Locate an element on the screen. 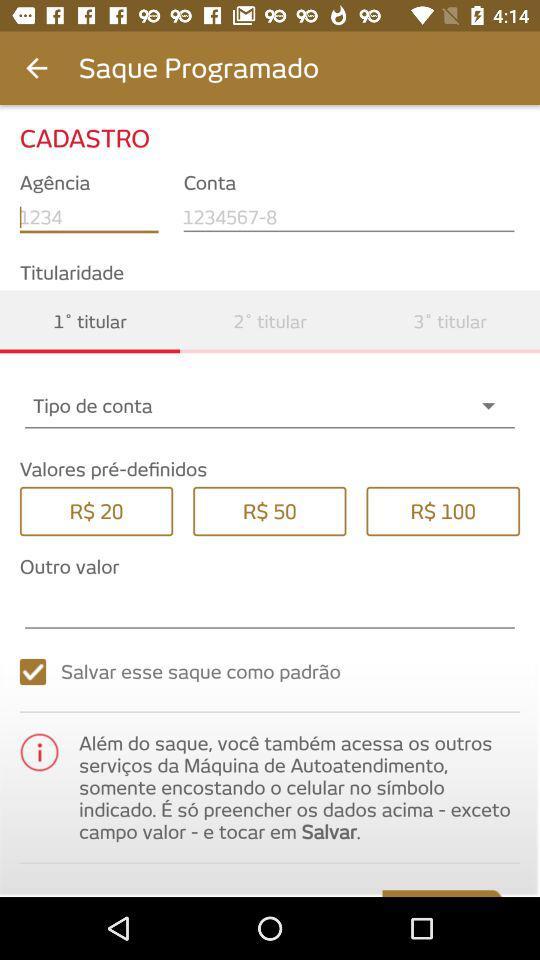  the text field under conta is located at coordinates (351, 218).